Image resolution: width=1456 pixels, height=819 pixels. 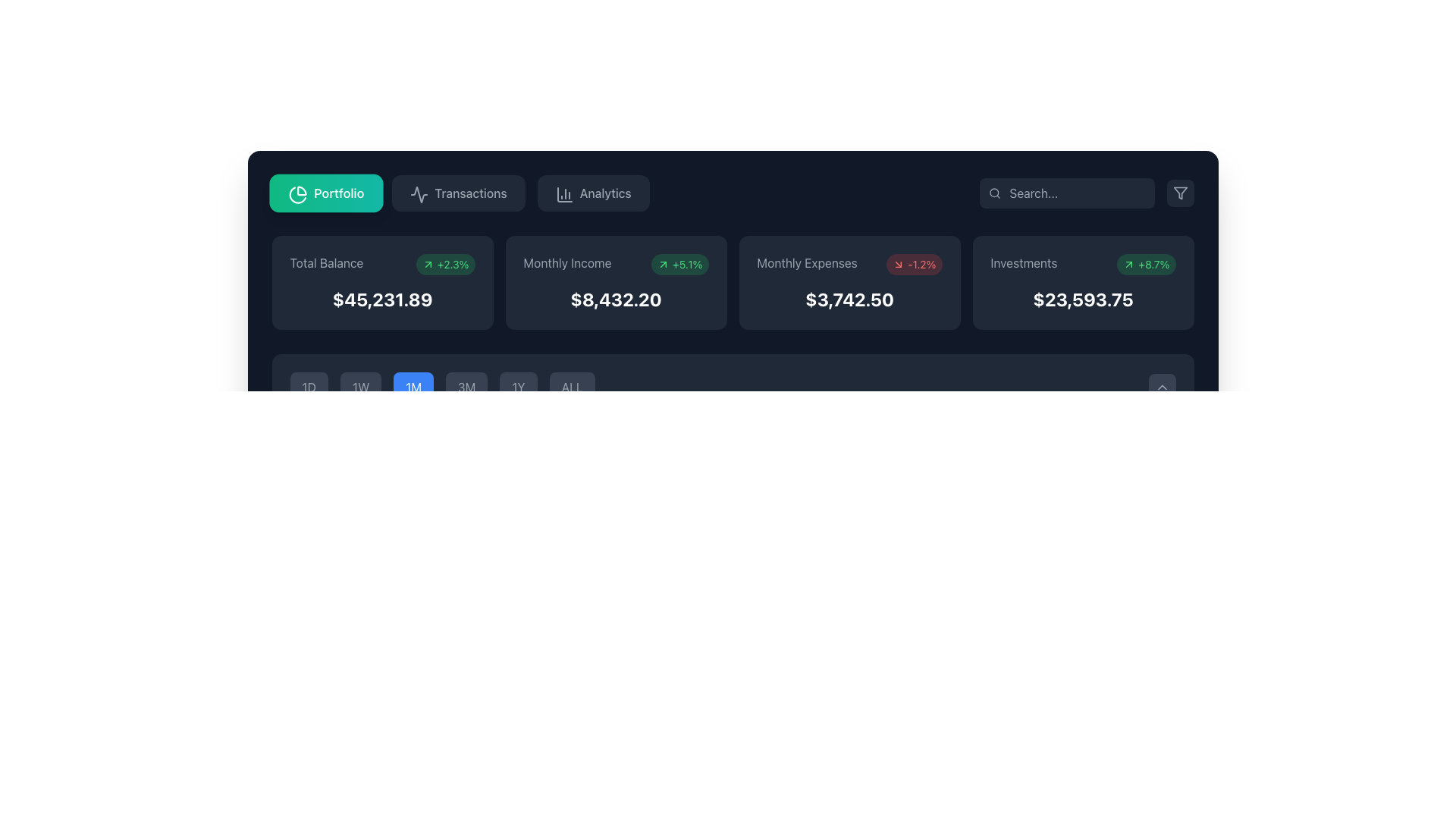 I want to click on the static text display that presents the monthly income value, which is located centrally within the card under the title 'Monthly Income' and the percentage indicator '+5.1%', so click(x=616, y=299).